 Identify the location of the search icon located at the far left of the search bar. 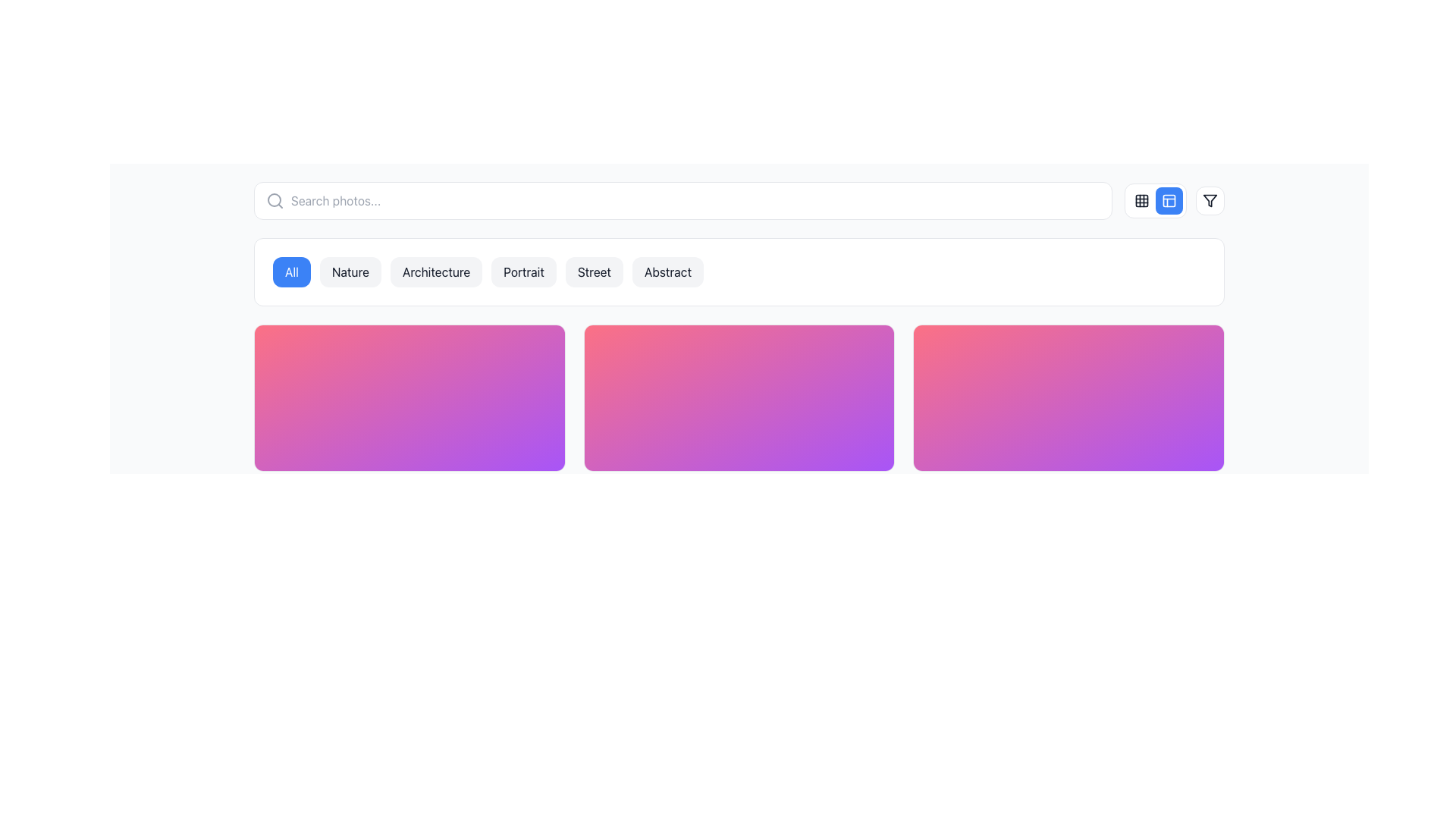
(275, 200).